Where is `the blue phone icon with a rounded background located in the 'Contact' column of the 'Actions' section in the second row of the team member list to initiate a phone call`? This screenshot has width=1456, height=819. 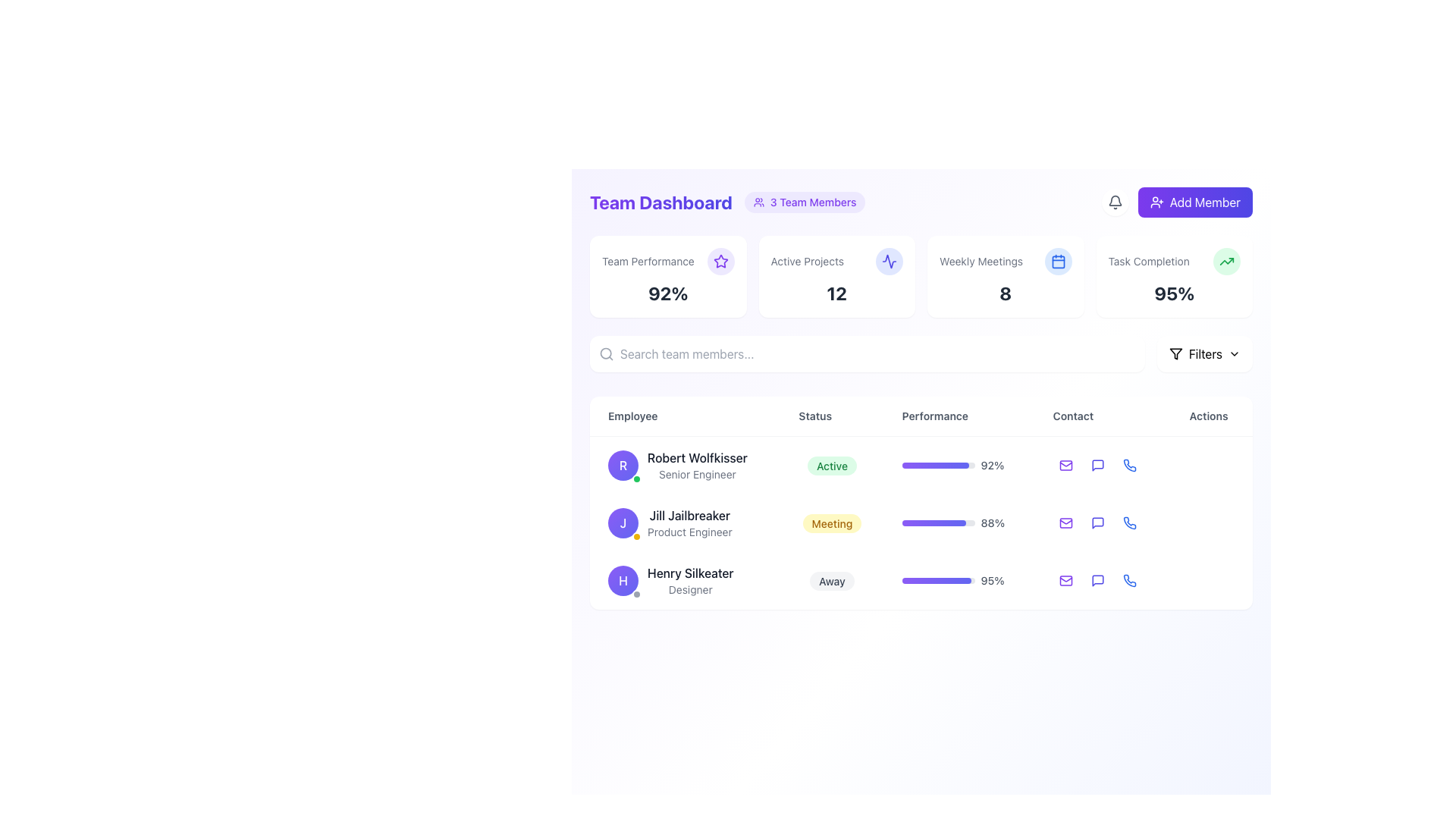
the blue phone icon with a rounded background located in the 'Contact' column of the 'Actions' section in the second row of the team member list to initiate a phone call is located at coordinates (1128, 522).